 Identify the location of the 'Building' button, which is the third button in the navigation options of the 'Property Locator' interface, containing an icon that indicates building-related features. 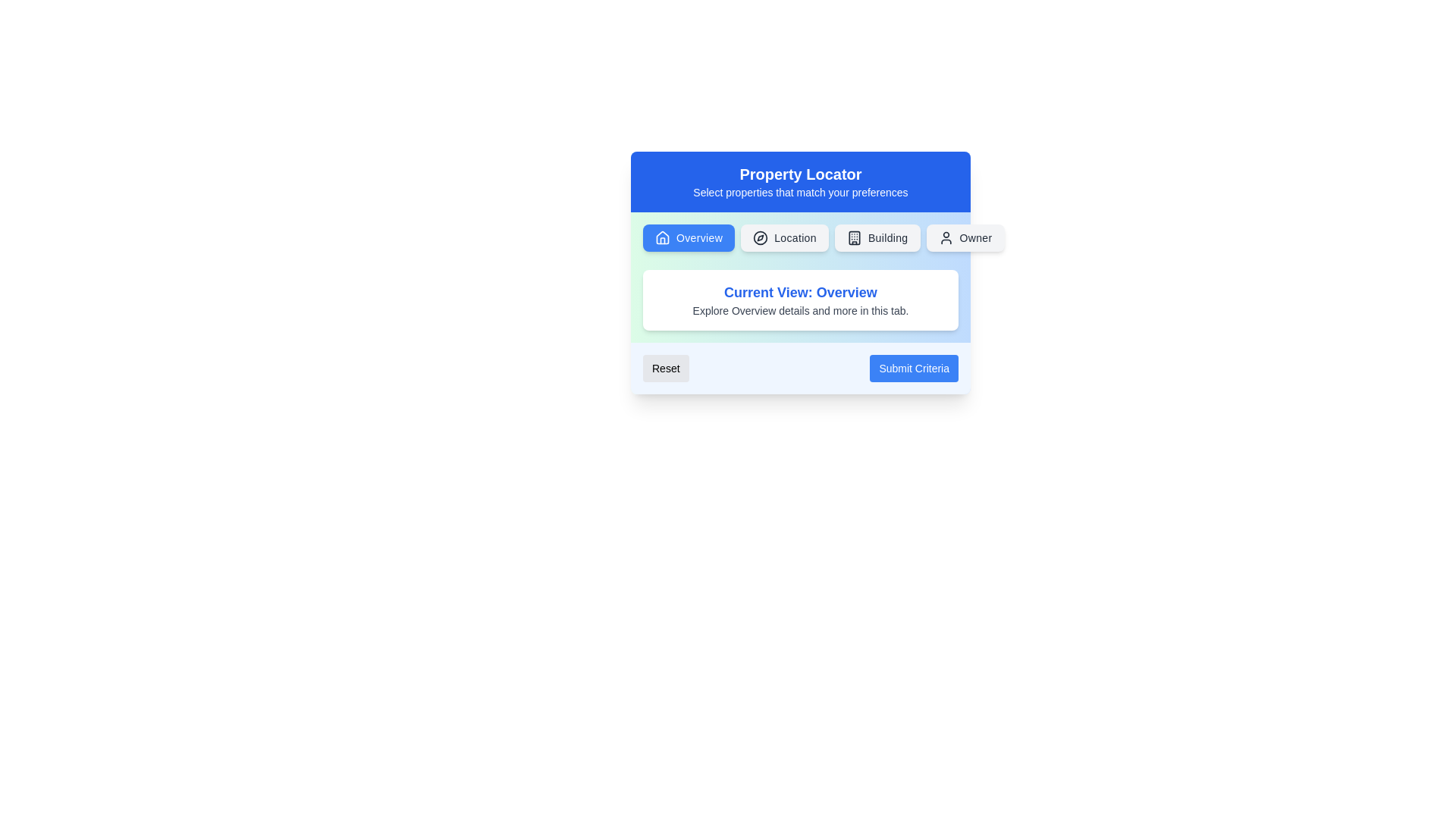
(854, 237).